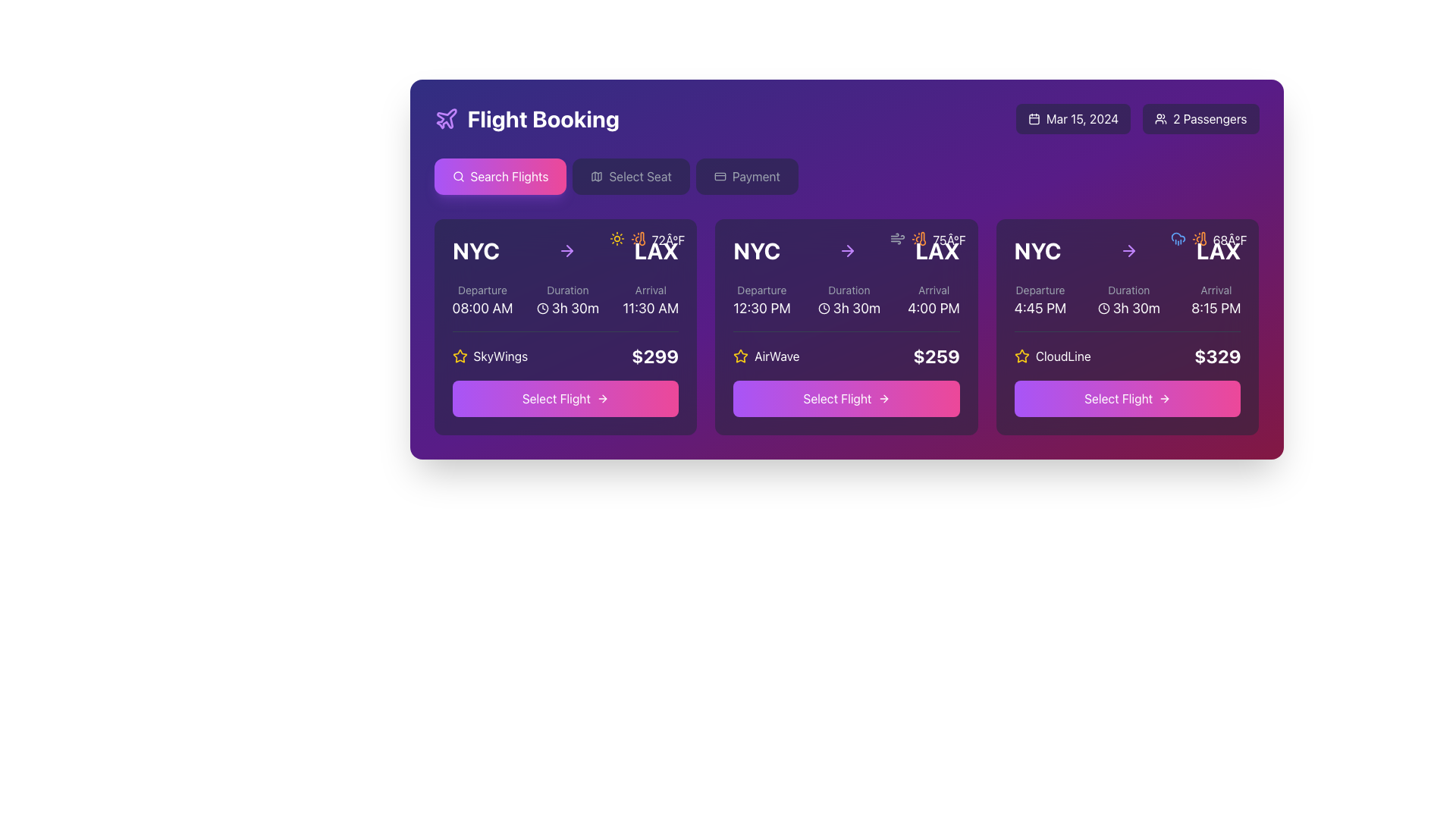  Describe the element at coordinates (850, 250) in the screenshot. I see `the right-pointing arrow icon located within the second flight card, which is positioned between the 'NYC' and 'LAX' text` at that location.